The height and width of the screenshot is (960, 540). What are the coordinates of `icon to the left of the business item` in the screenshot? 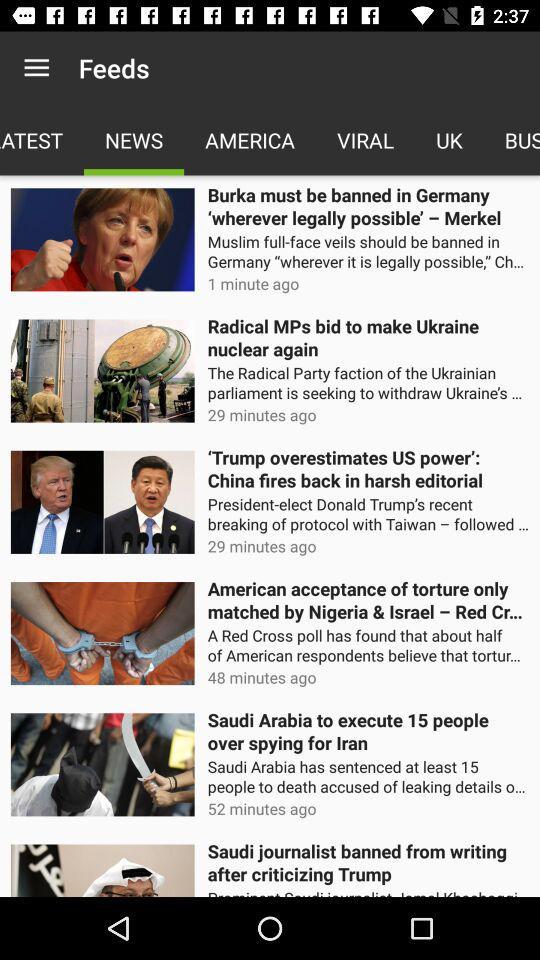 It's located at (449, 139).